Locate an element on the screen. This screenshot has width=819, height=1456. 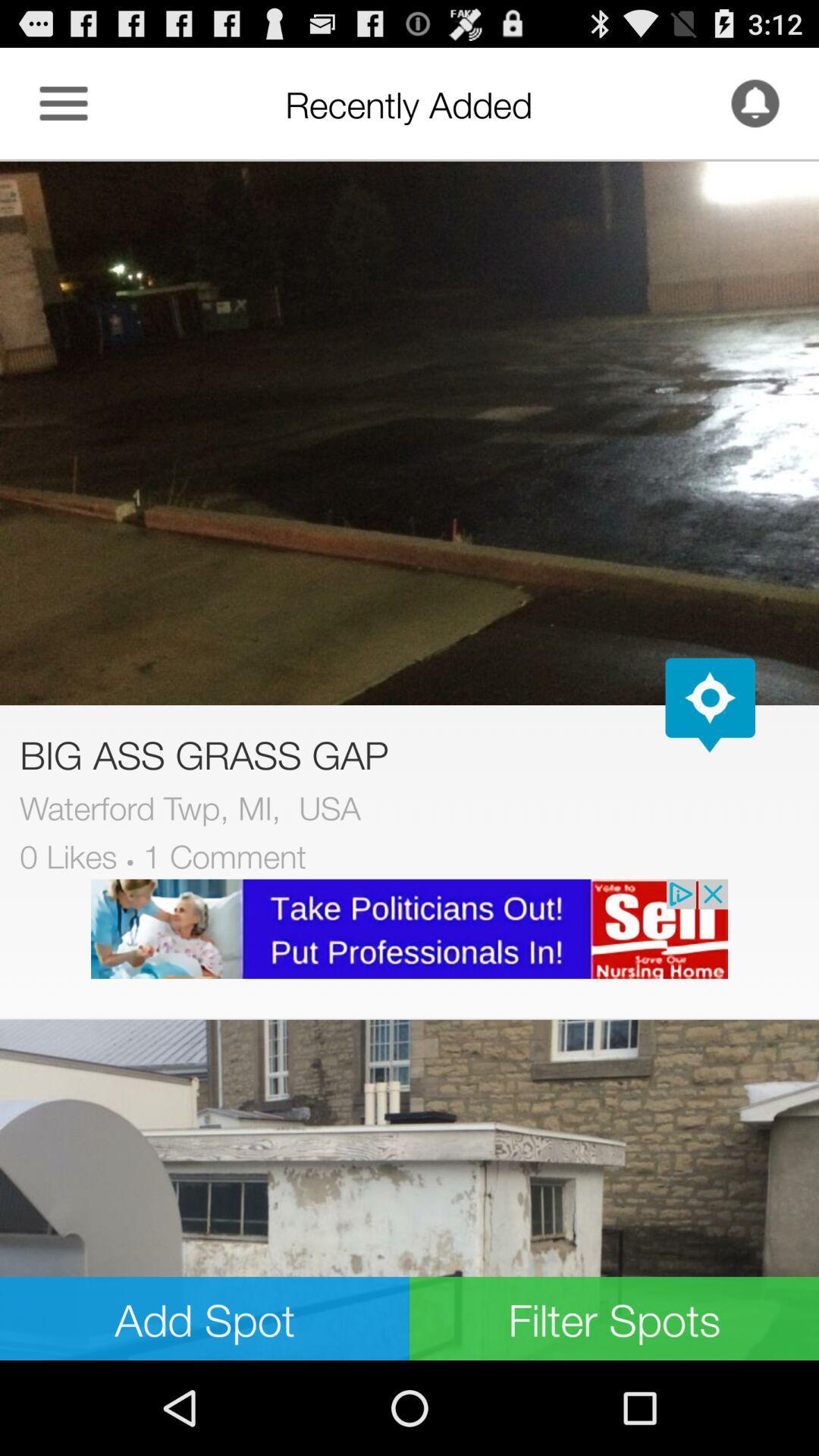
subscribe switch is located at coordinates (755, 102).